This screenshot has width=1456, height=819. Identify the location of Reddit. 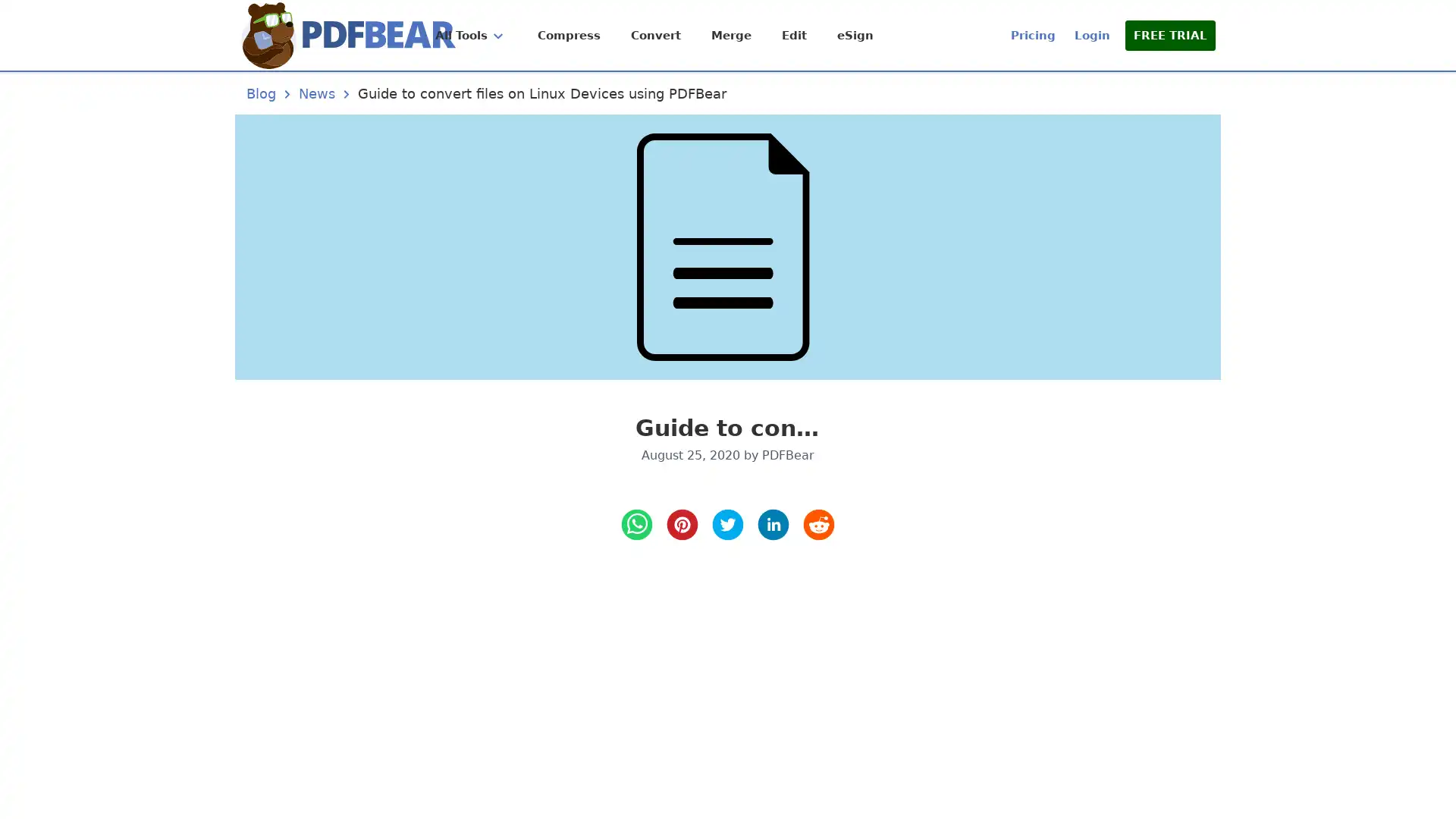
(818, 523).